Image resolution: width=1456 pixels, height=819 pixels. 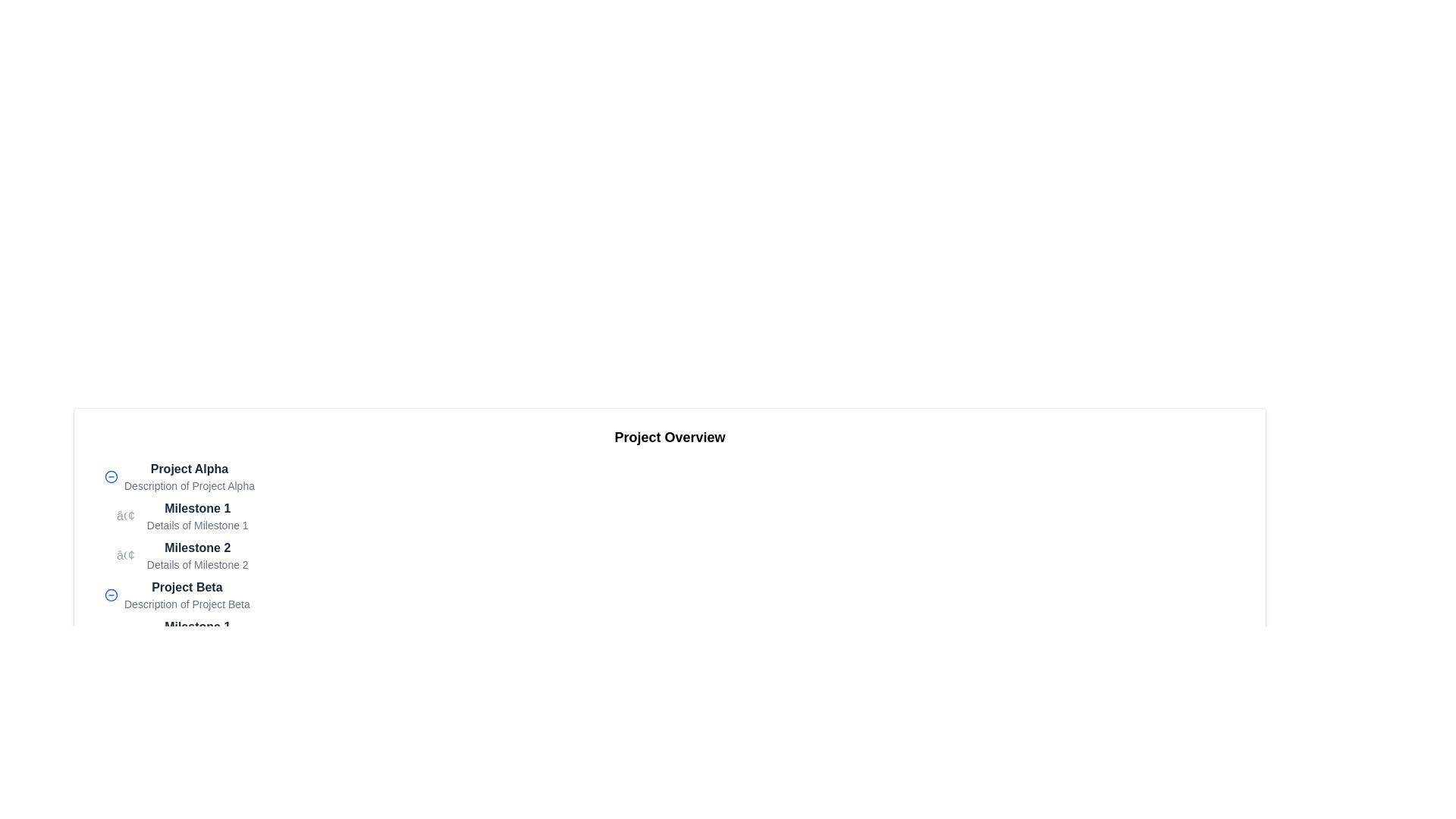 What do you see at coordinates (186, 604) in the screenshot?
I see `the text label displaying 'Description of Project Beta', which is positioned directly beneath the heading 'Project Beta'` at bounding box center [186, 604].